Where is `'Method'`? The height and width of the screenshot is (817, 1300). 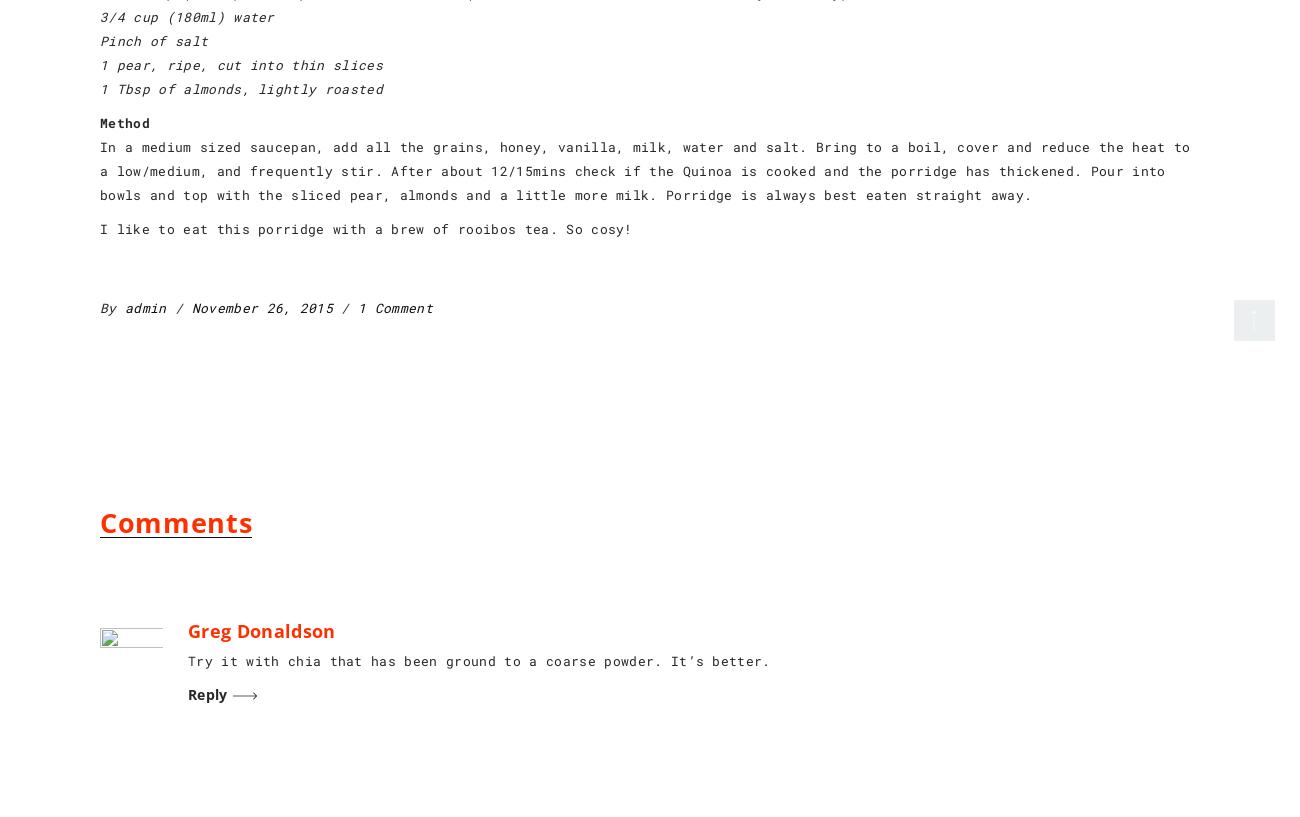 'Method' is located at coordinates (123, 123).